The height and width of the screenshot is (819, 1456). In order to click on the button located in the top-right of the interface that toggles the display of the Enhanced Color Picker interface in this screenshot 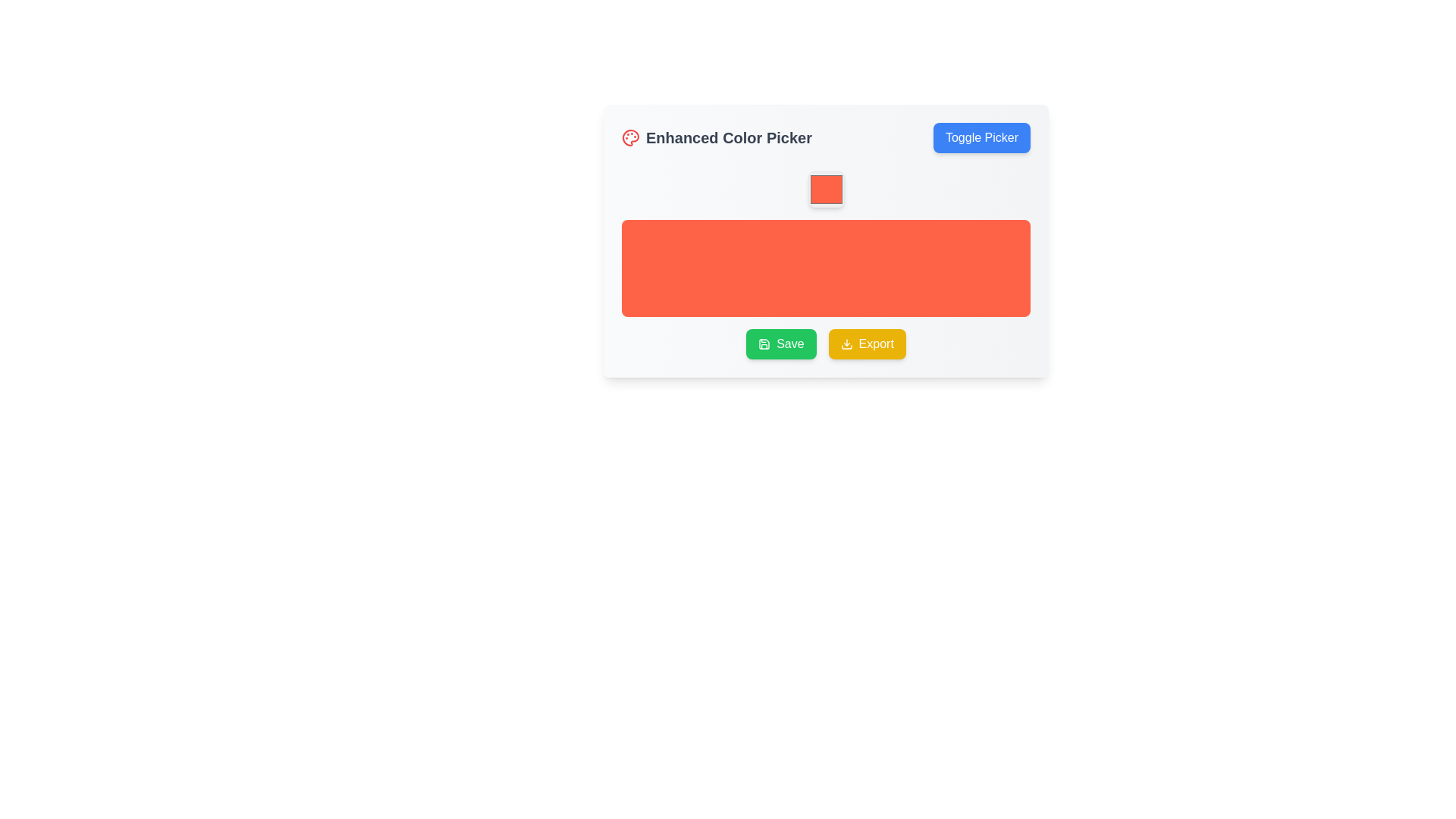, I will do `click(982, 137)`.